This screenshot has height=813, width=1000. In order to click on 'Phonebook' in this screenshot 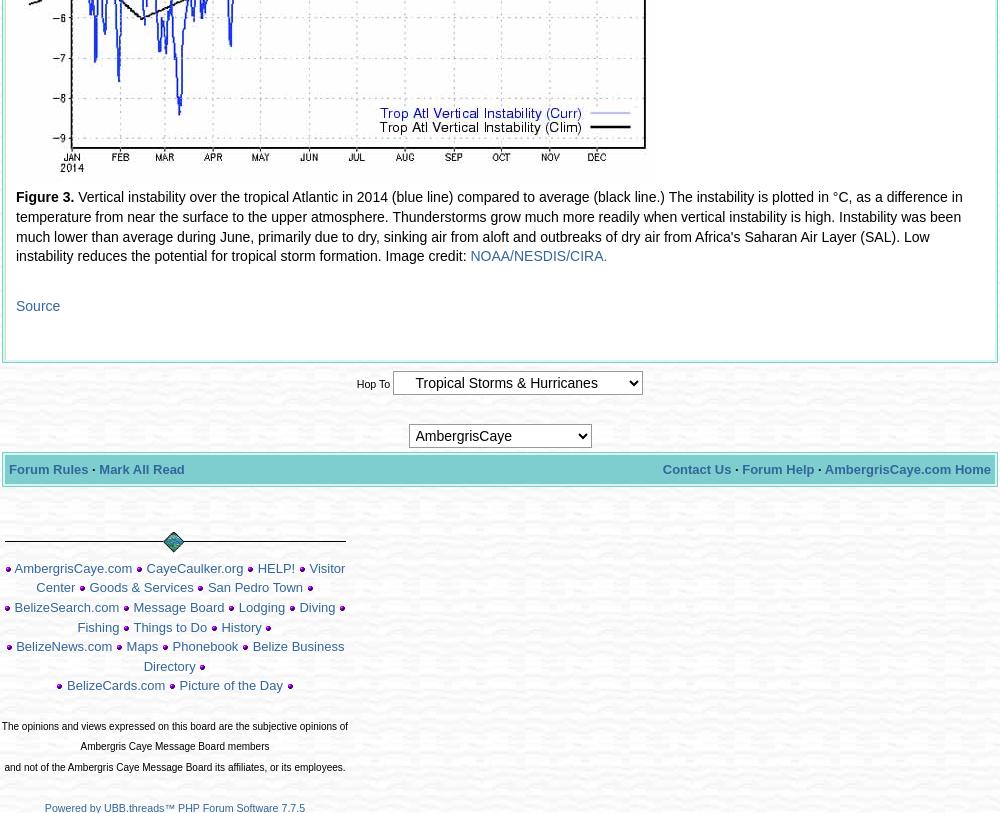, I will do `click(172, 646)`.